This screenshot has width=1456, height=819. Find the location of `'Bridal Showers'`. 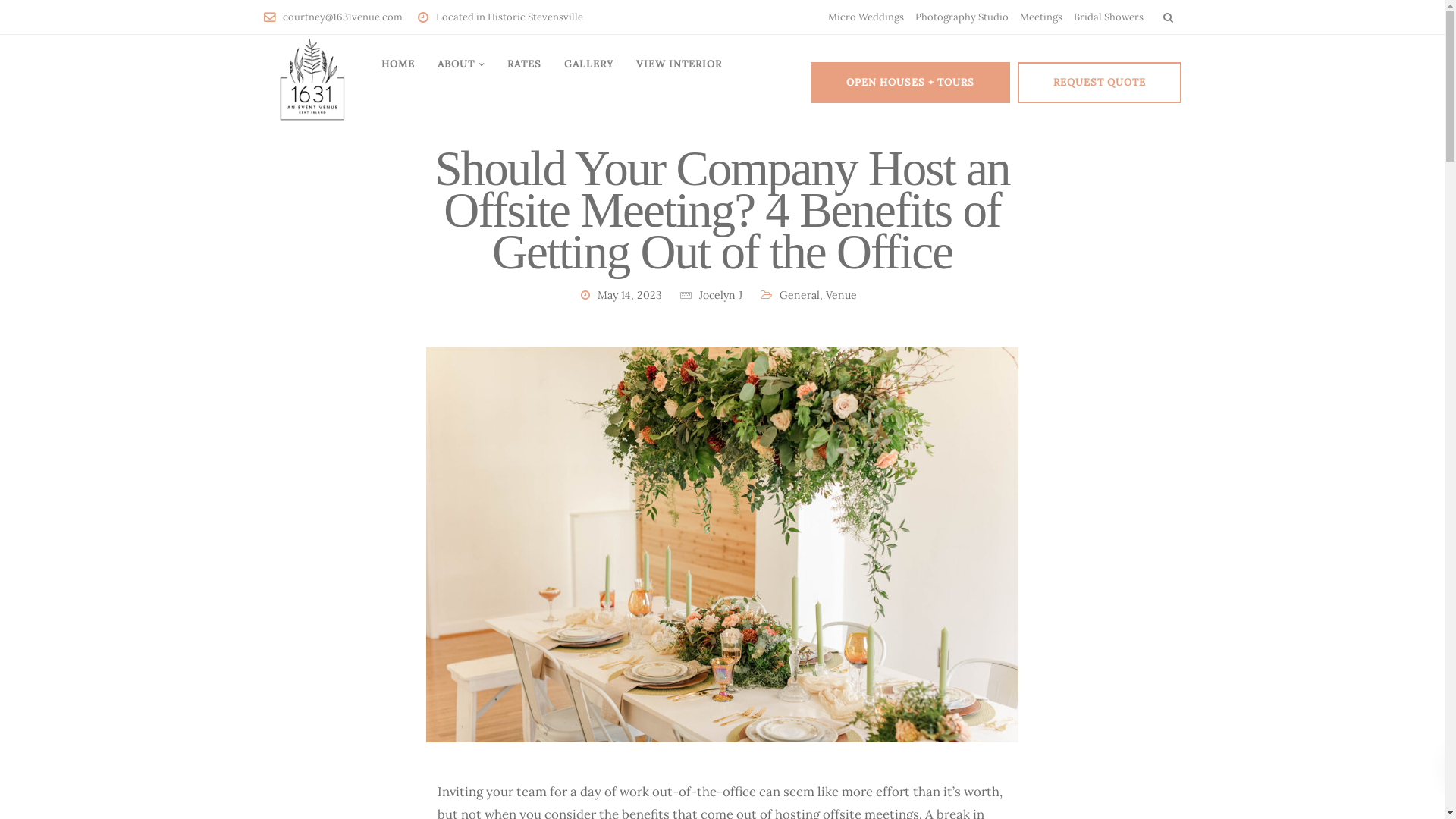

'Bridal Showers' is located at coordinates (1109, 17).